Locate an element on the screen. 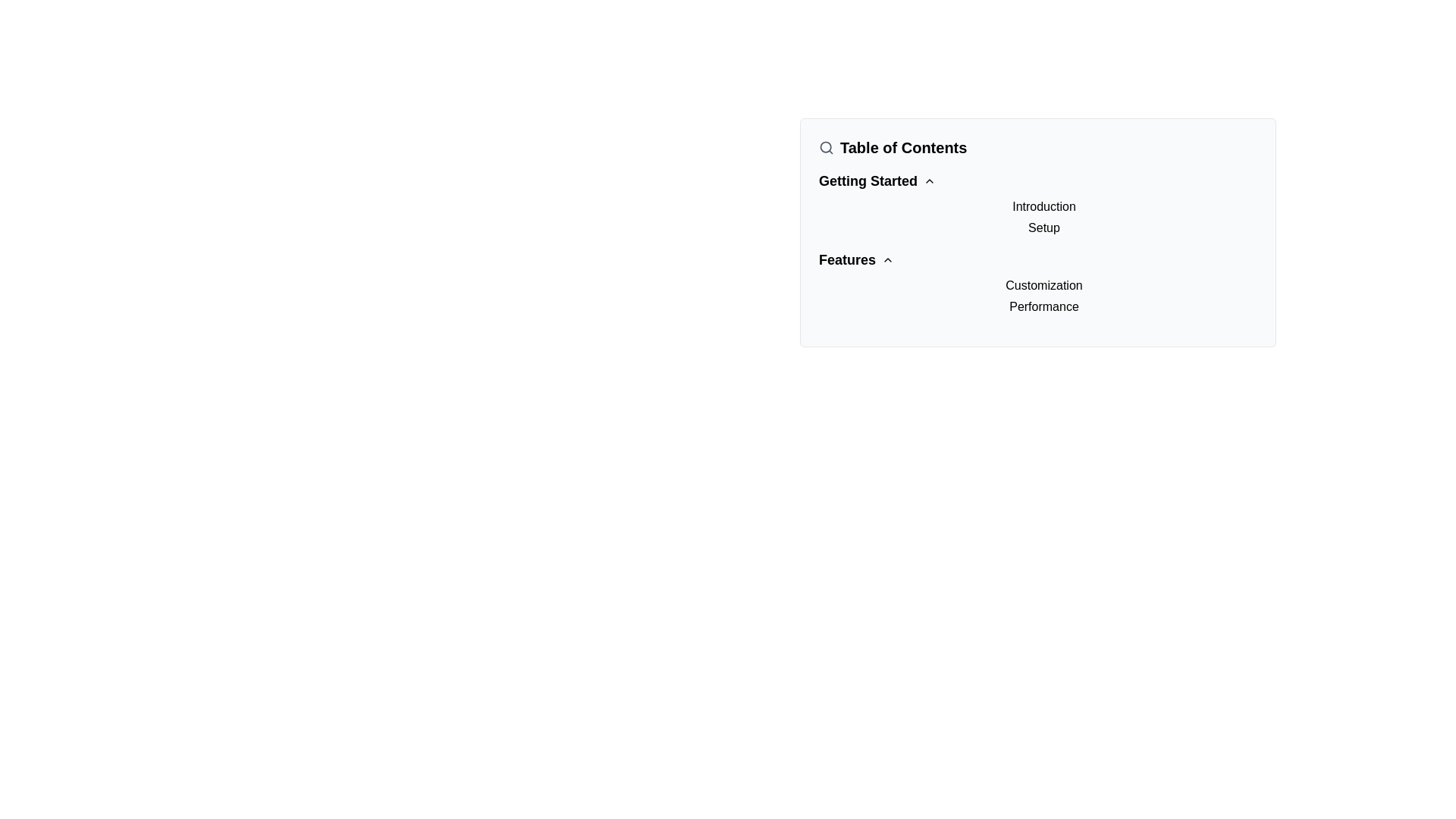 Image resolution: width=1456 pixels, height=819 pixels. the upward-pointing chevron icon next to the 'Getting Started' text is located at coordinates (929, 180).